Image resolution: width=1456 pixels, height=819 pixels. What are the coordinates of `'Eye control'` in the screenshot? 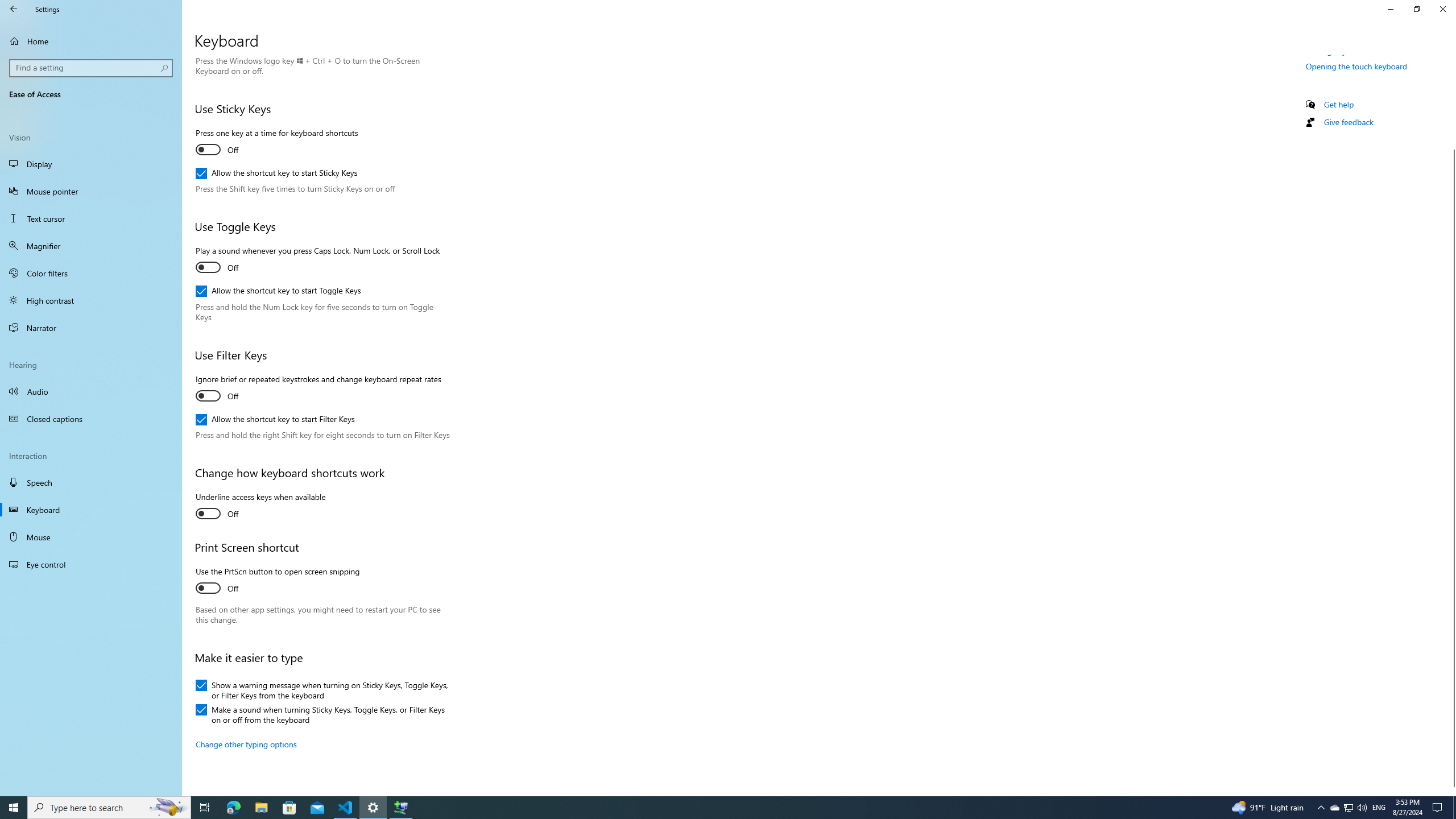 It's located at (90, 564).